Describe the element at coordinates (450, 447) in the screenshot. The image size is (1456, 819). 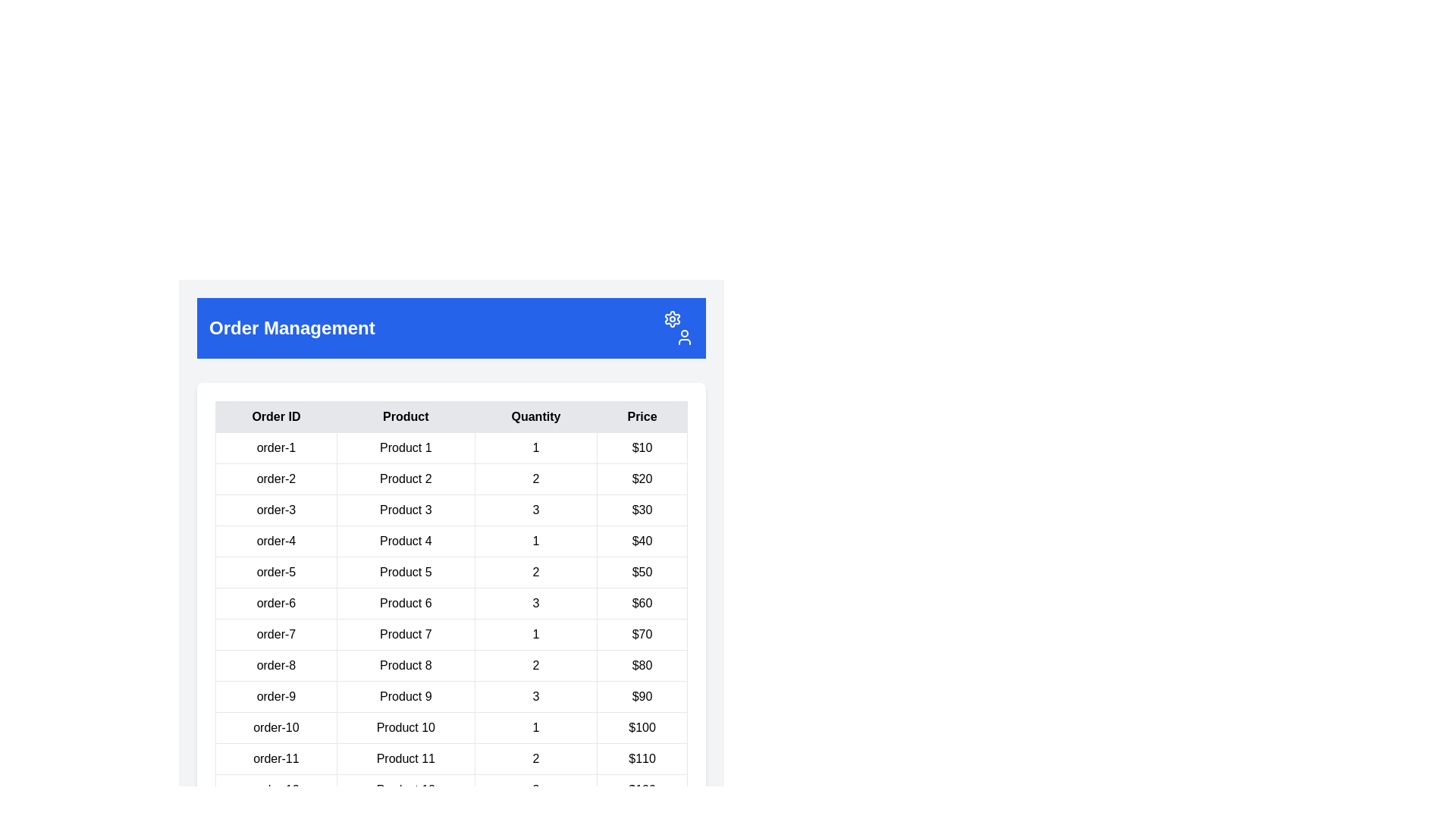
I see `the first data row` at that location.